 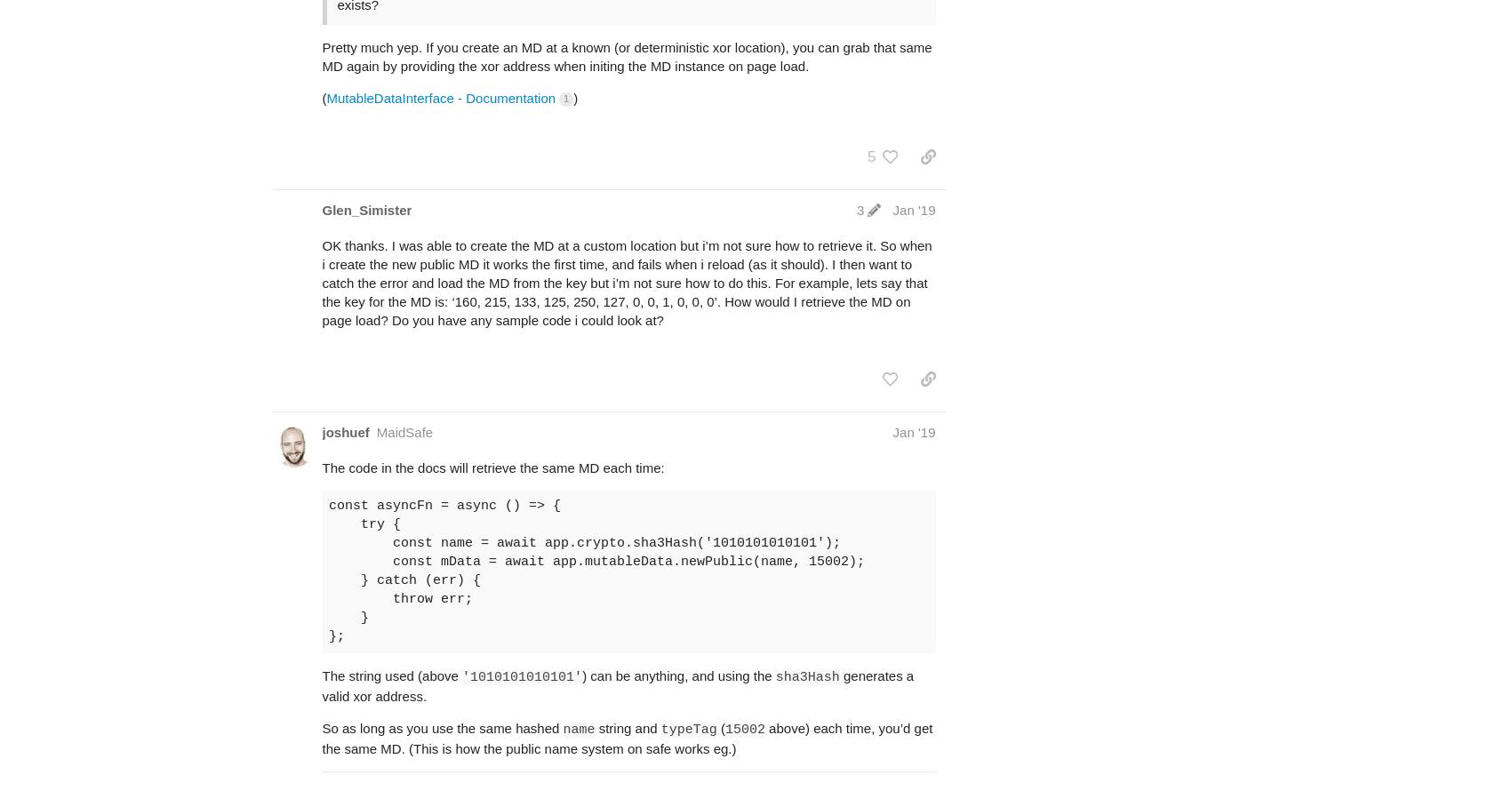 What do you see at coordinates (626, 56) in the screenshot?
I see `'Pretty much yep. If you create an MD at a known (or deterministic xor location), you can grab that same MD again by providing the xor address when initing the MD instance on page load.'` at bounding box center [626, 56].